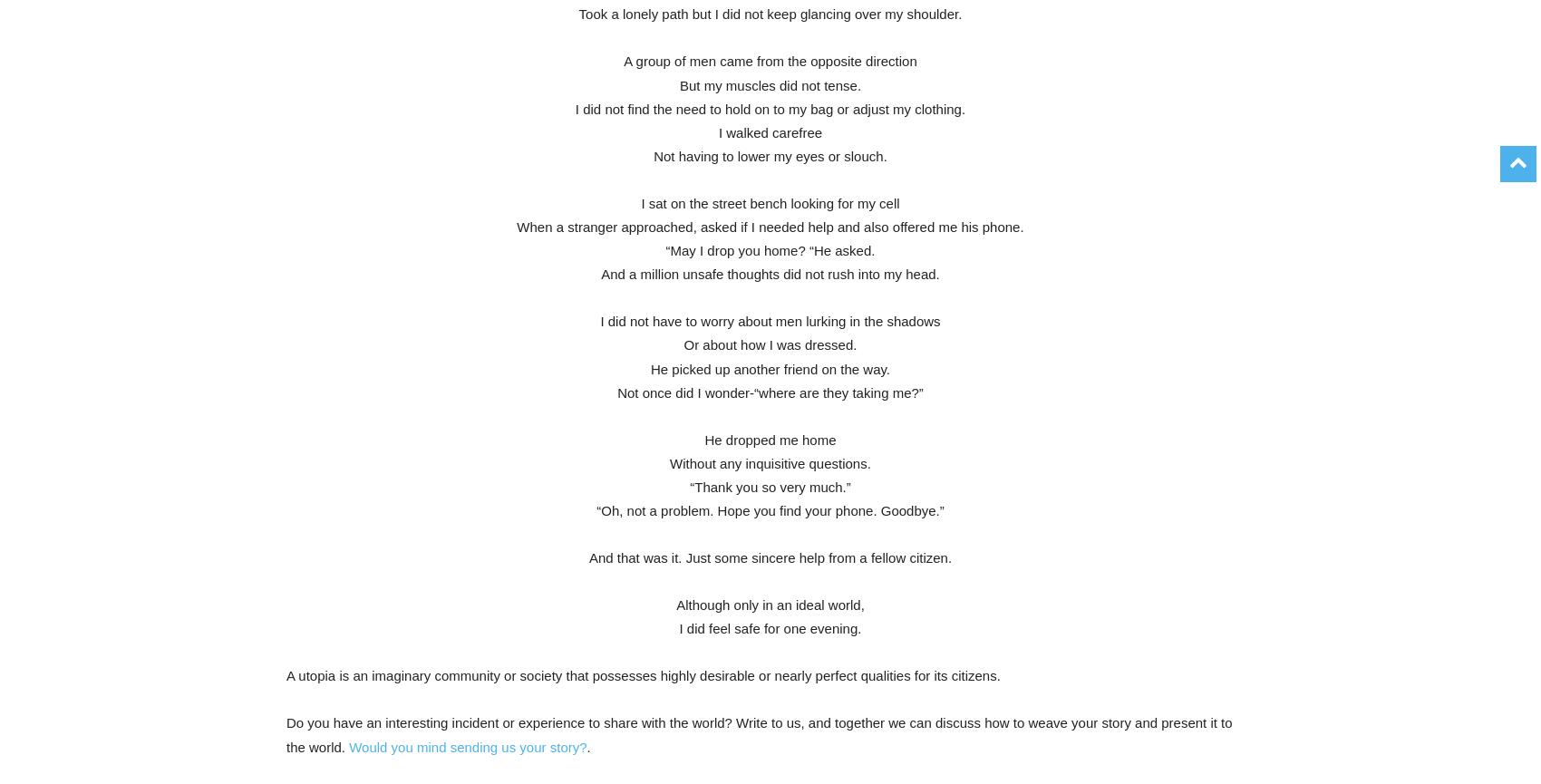  What do you see at coordinates (769, 605) in the screenshot?
I see `'Although only in an ideal world,'` at bounding box center [769, 605].